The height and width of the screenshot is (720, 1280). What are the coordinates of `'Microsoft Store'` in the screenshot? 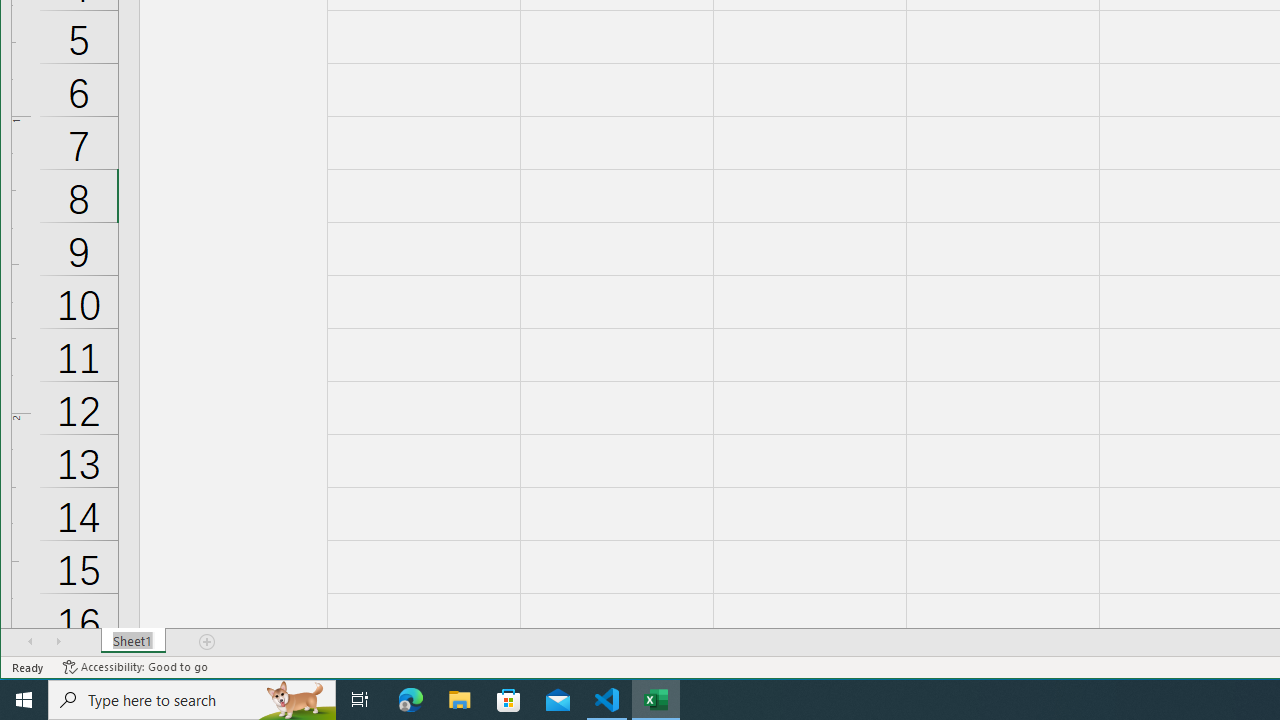 It's located at (509, 698).